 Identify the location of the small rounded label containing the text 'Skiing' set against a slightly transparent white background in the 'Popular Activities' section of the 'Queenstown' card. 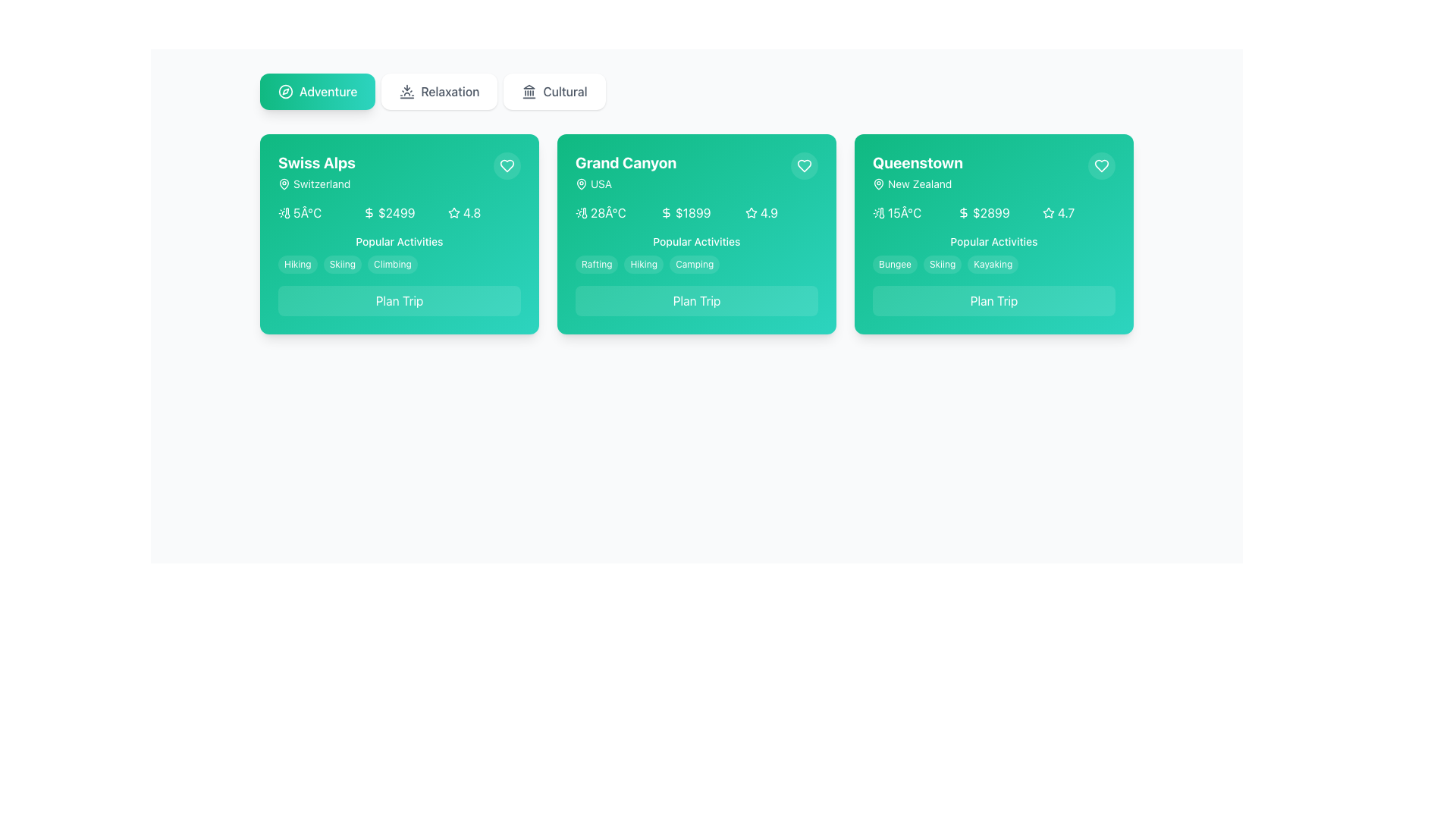
(942, 263).